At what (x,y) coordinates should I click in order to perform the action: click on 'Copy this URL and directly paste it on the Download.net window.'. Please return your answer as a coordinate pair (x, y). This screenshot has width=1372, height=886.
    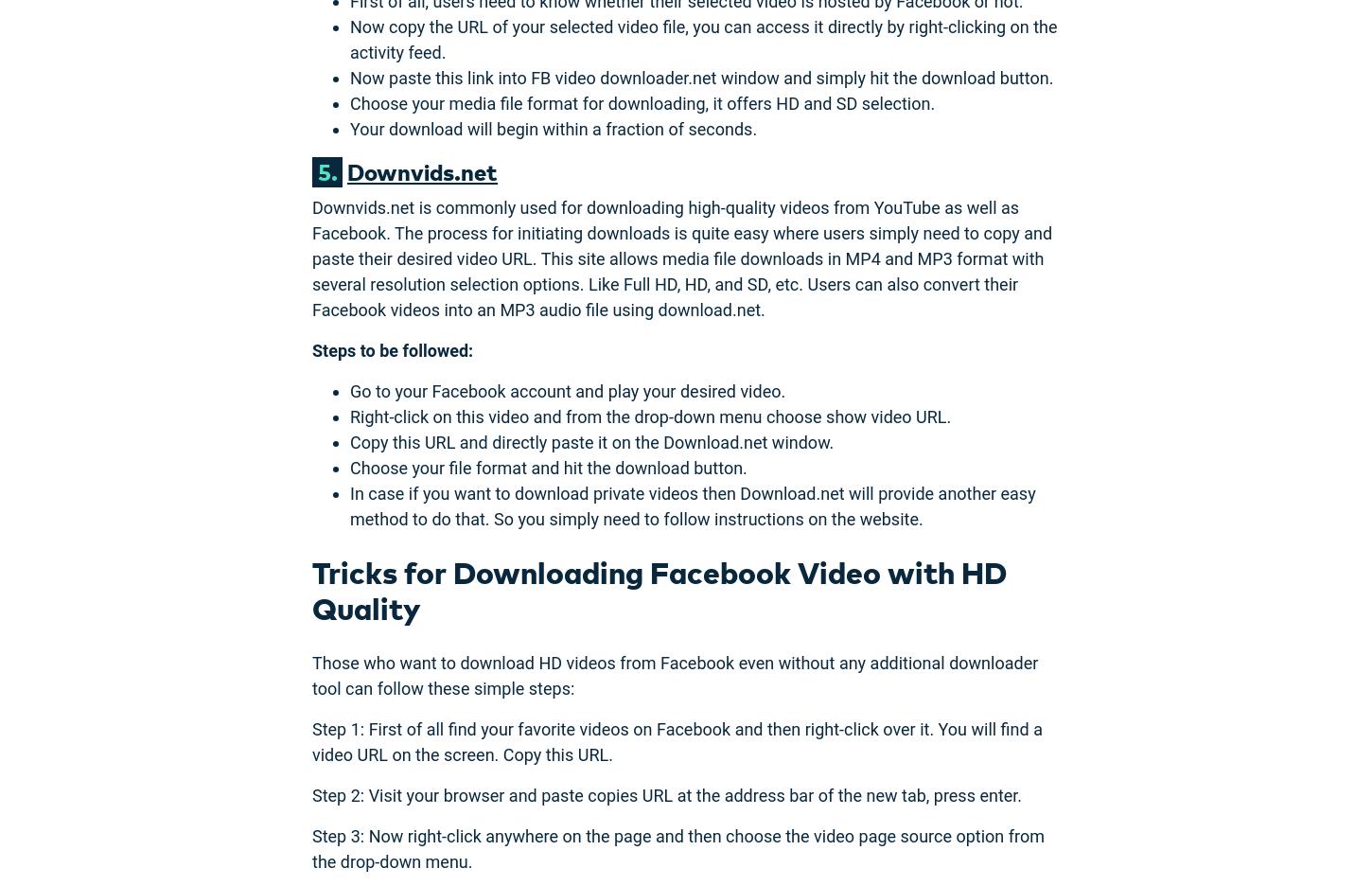
    Looking at the image, I should click on (590, 441).